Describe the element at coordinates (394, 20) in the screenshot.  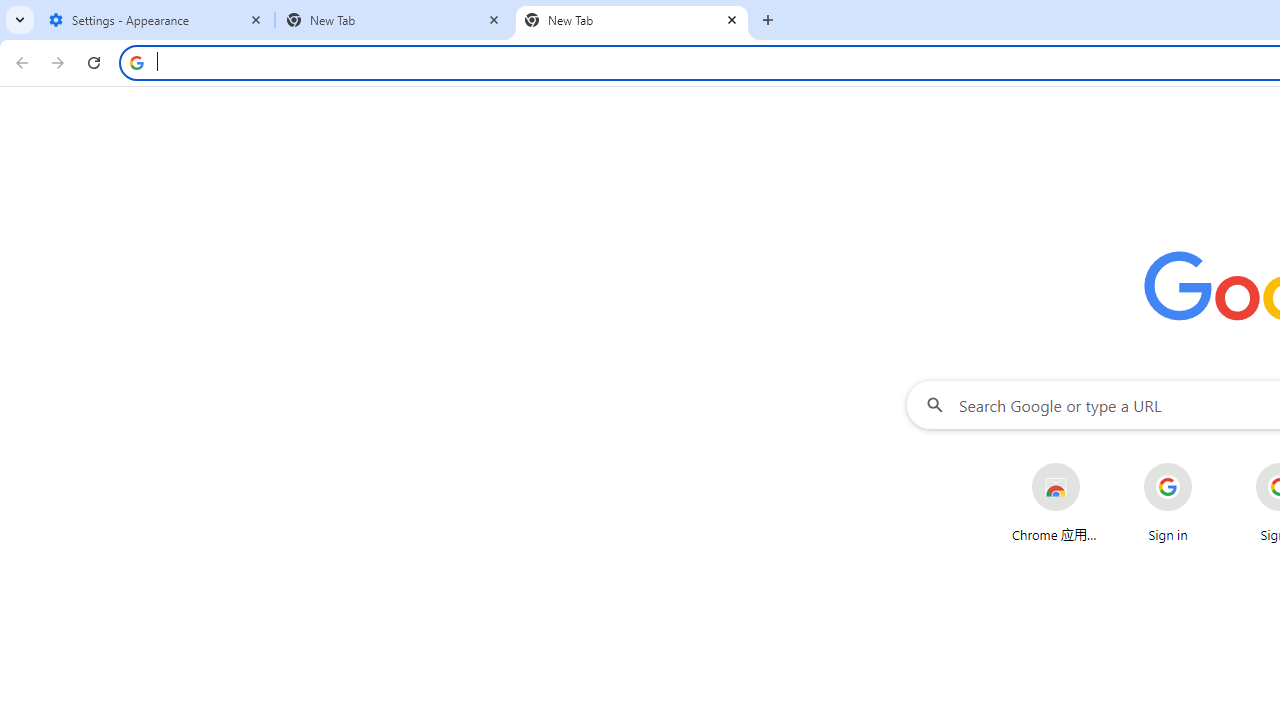
I see `'New Tab'` at that location.